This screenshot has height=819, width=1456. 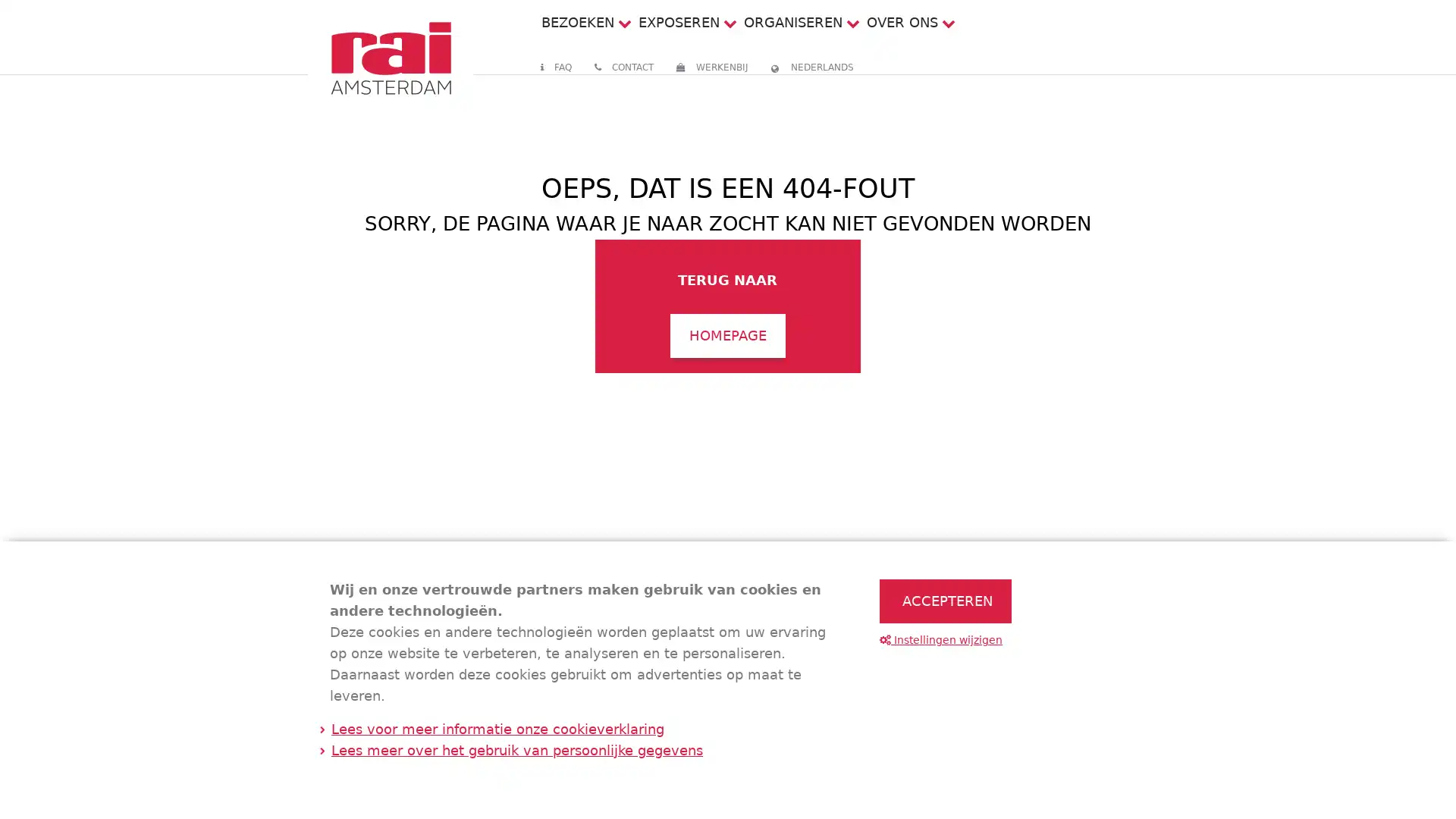 I want to click on OVER ONS, so click(x=902, y=22).